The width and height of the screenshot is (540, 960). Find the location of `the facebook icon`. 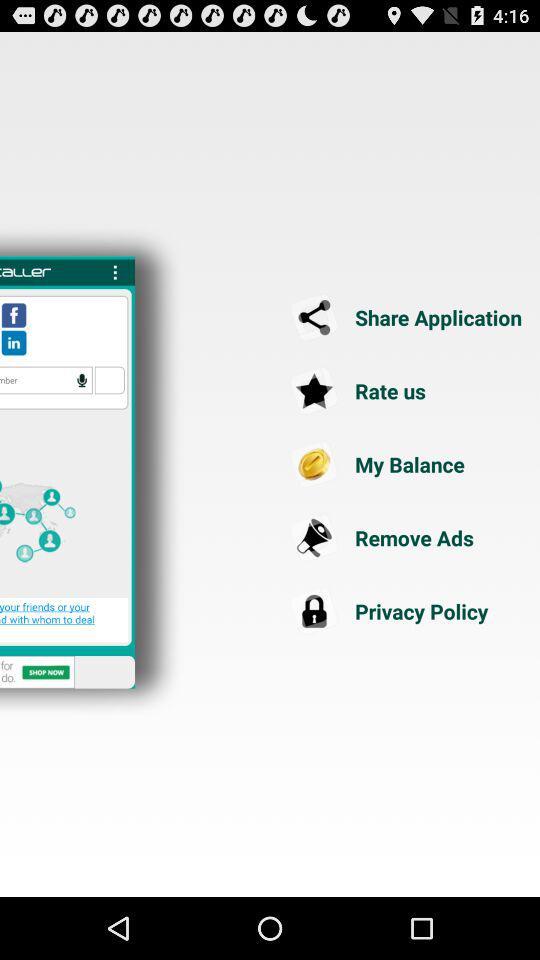

the facebook icon is located at coordinates (13, 337).